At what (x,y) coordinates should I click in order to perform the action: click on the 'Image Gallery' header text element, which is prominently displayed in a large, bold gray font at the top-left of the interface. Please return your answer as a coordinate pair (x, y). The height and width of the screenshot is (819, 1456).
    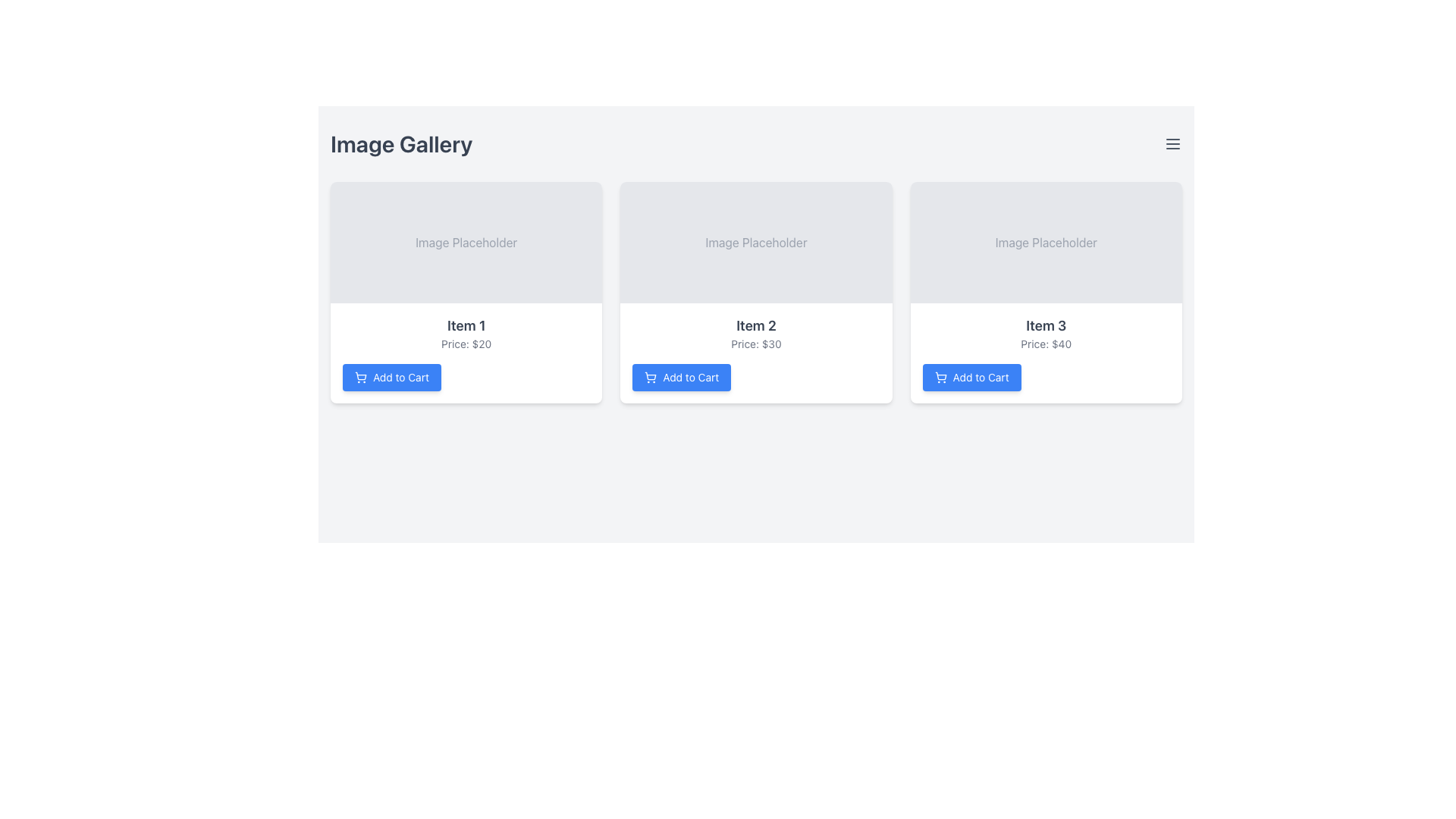
    Looking at the image, I should click on (401, 143).